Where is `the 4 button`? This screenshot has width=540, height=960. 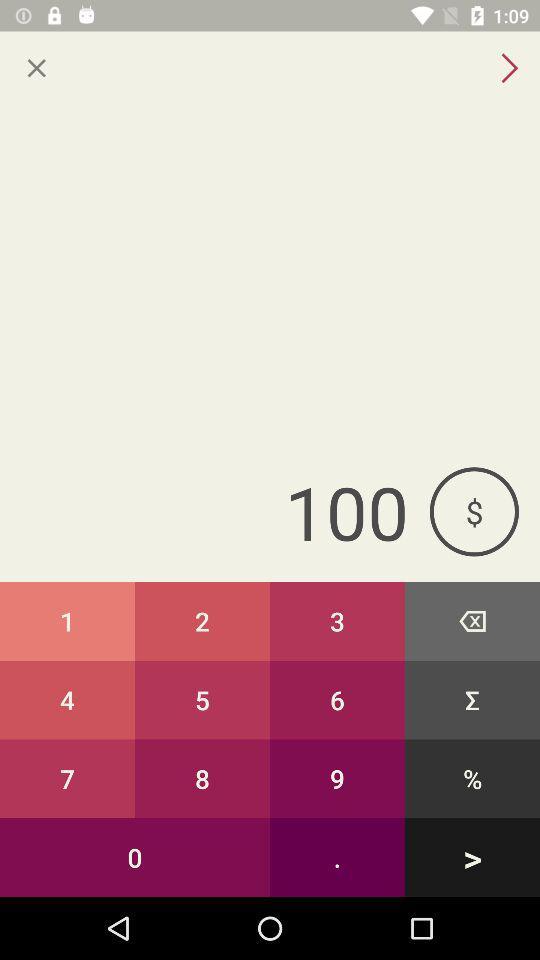 the 4 button is located at coordinates (67, 700).